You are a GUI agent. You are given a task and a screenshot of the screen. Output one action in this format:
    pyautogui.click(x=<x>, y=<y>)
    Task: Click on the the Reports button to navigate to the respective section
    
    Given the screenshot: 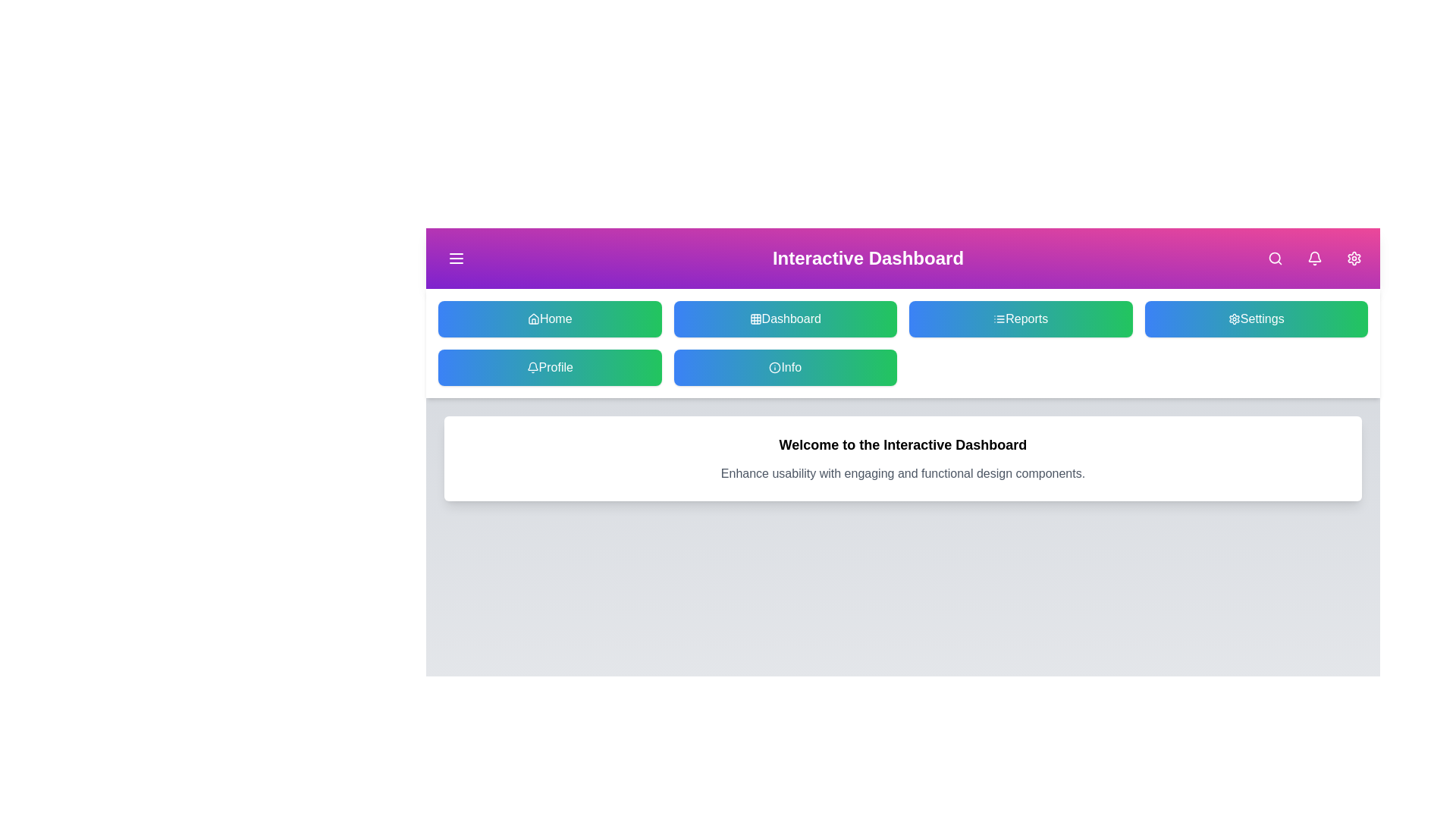 What is the action you would take?
    pyautogui.click(x=1021, y=318)
    